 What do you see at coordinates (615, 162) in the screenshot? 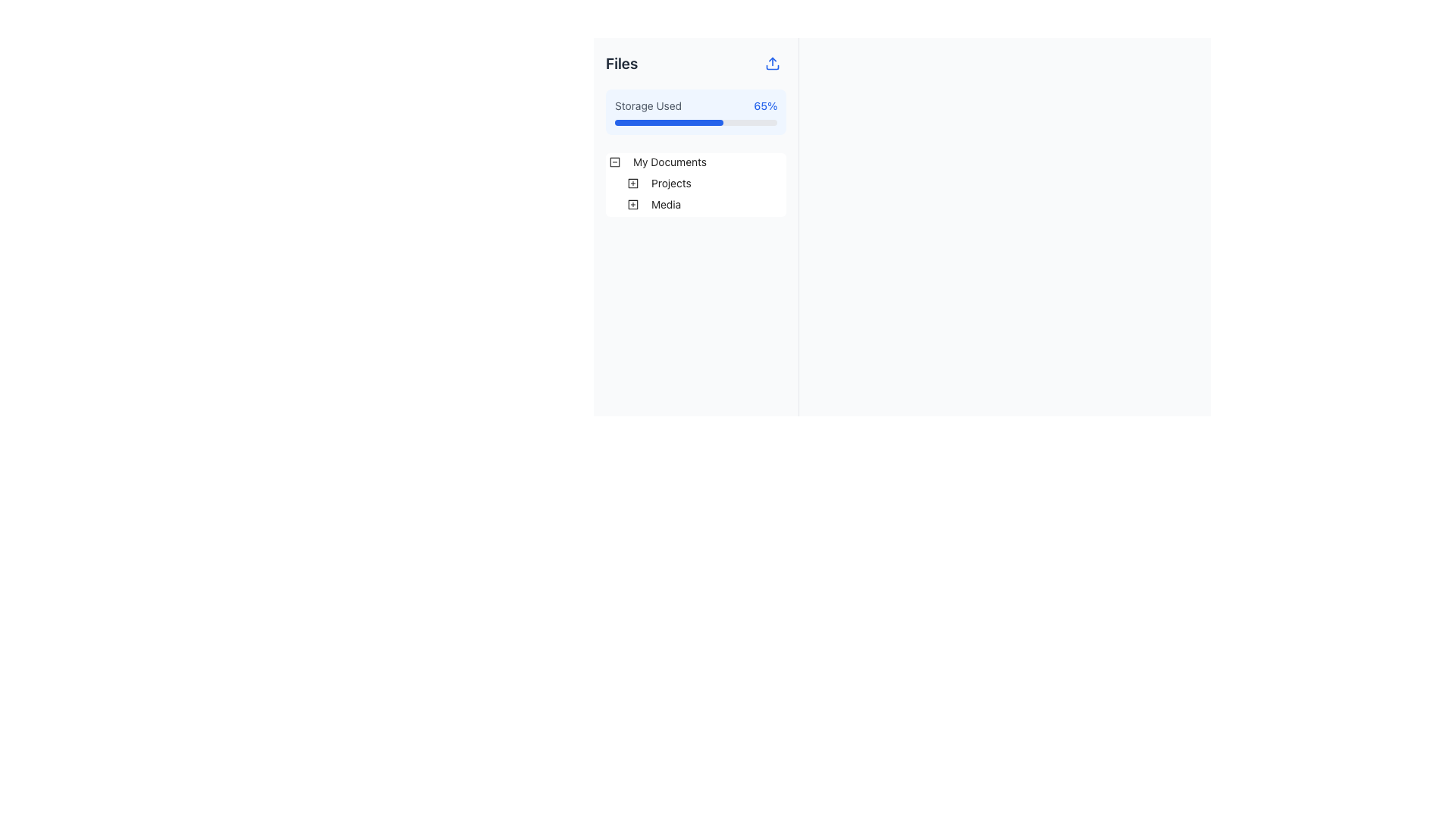
I see `the collapse button icon located at the top-left corner of the 'My Documents' section in the file tree` at bounding box center [615, 162].